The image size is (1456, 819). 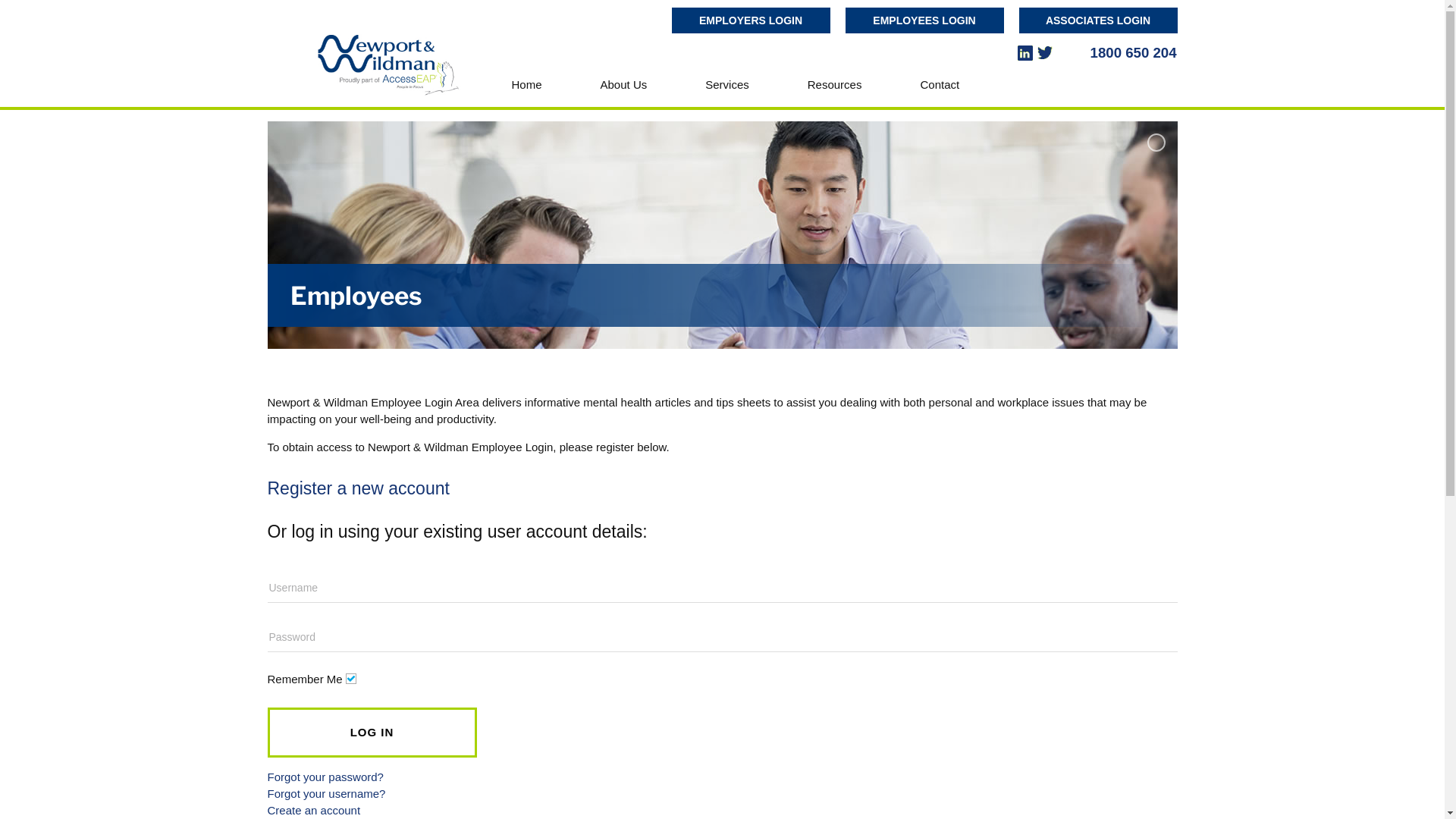 I want to click on 'Forgot your password?', so click(x=324, y=777).